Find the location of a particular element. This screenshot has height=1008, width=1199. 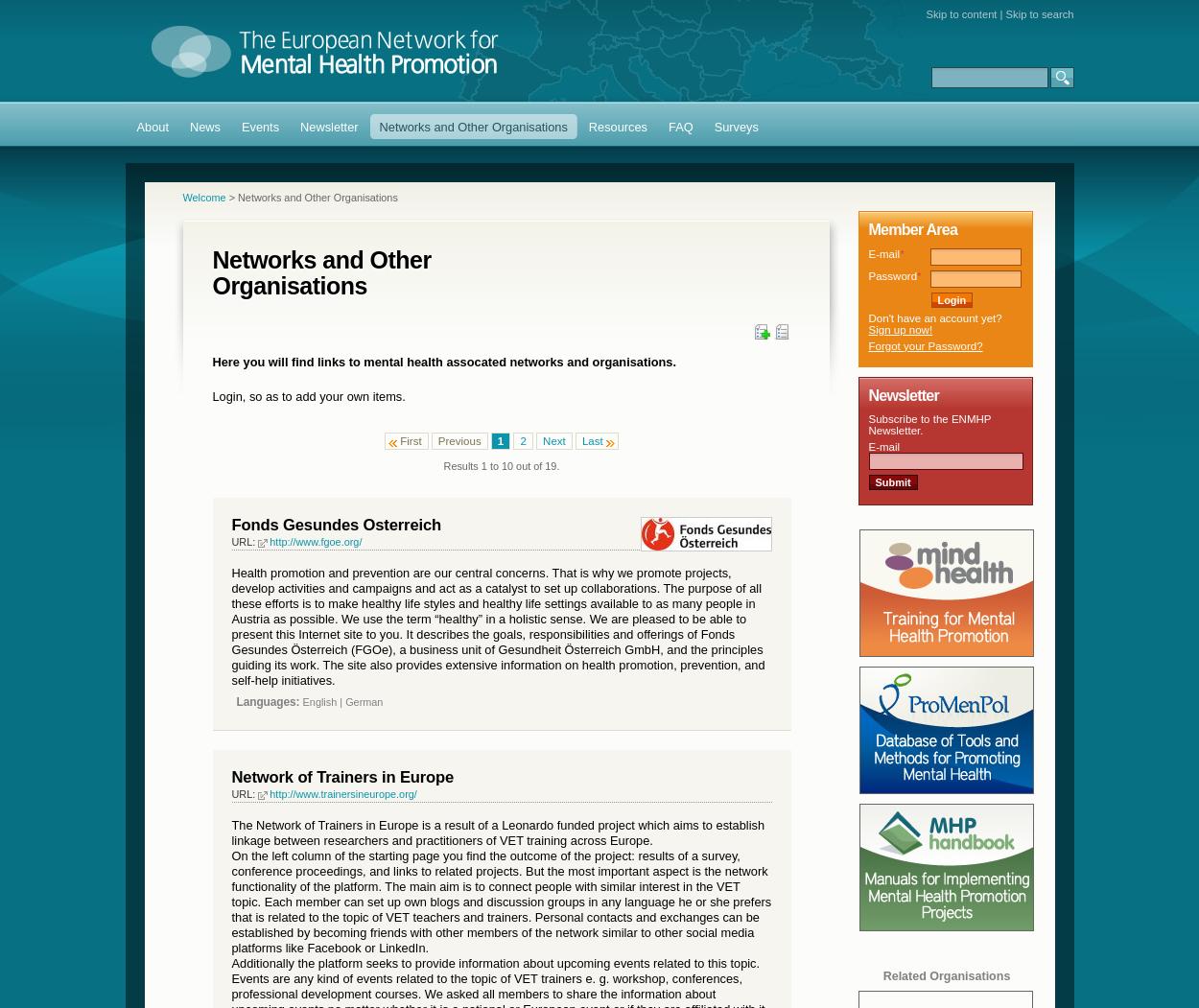

'Member Area' is located at coordinates (868, 227).